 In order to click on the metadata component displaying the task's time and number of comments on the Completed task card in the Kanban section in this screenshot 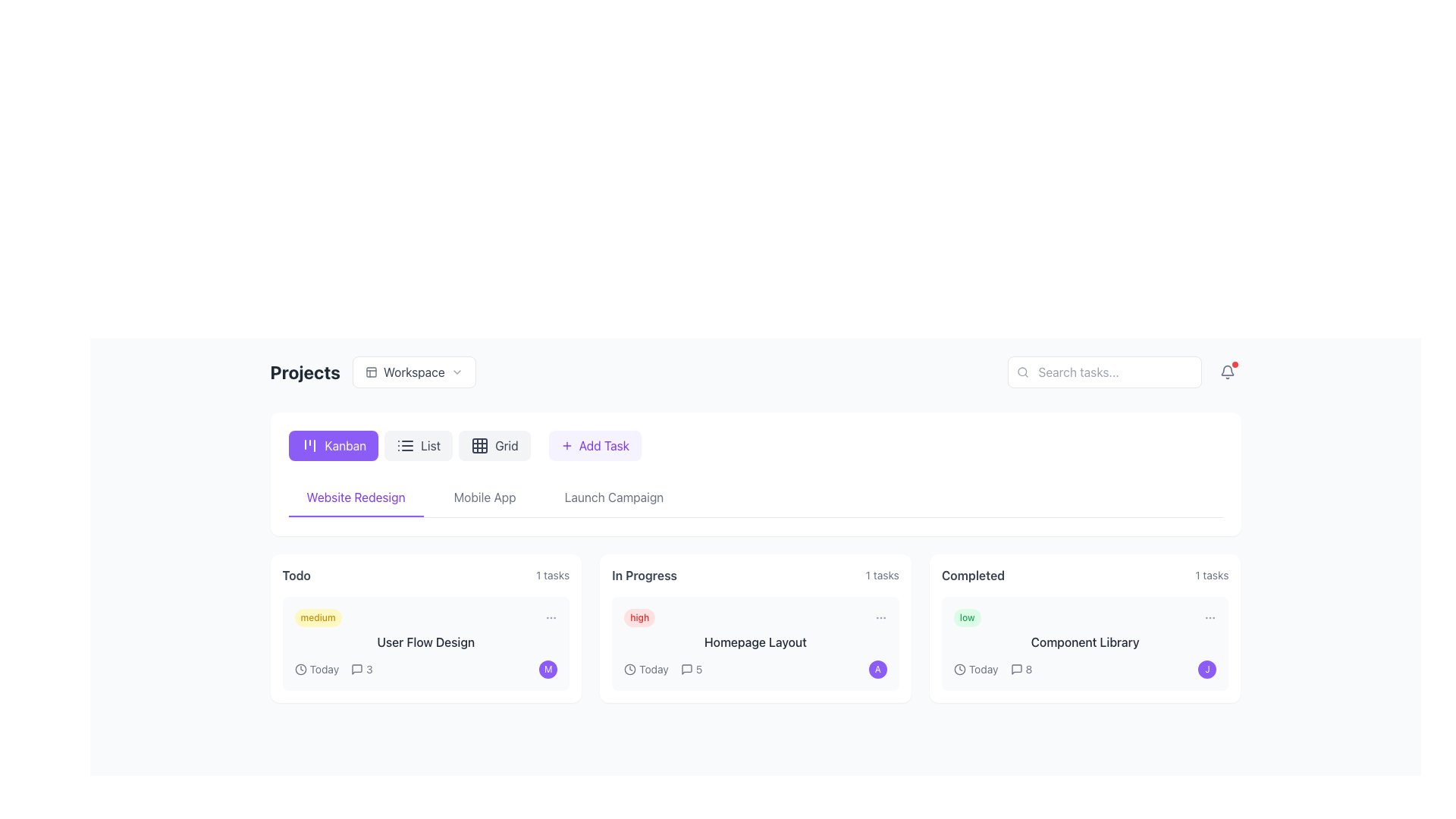, I will do `click(993, 669)`.